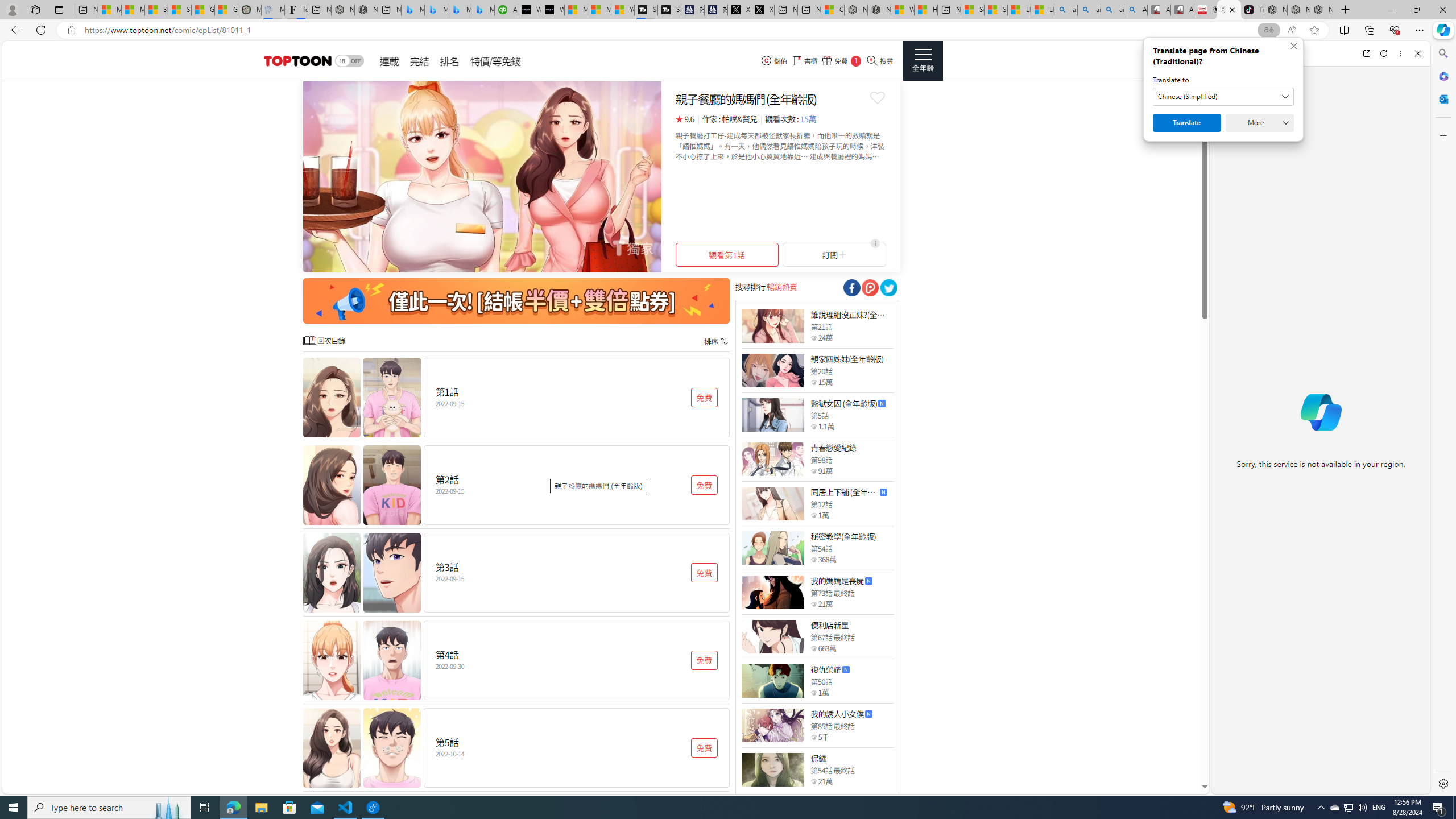  What do you see at coordinates (1182, 9) in the screenshot?
I see `'All Cubot phones'` at bounding box center [1182, 9].